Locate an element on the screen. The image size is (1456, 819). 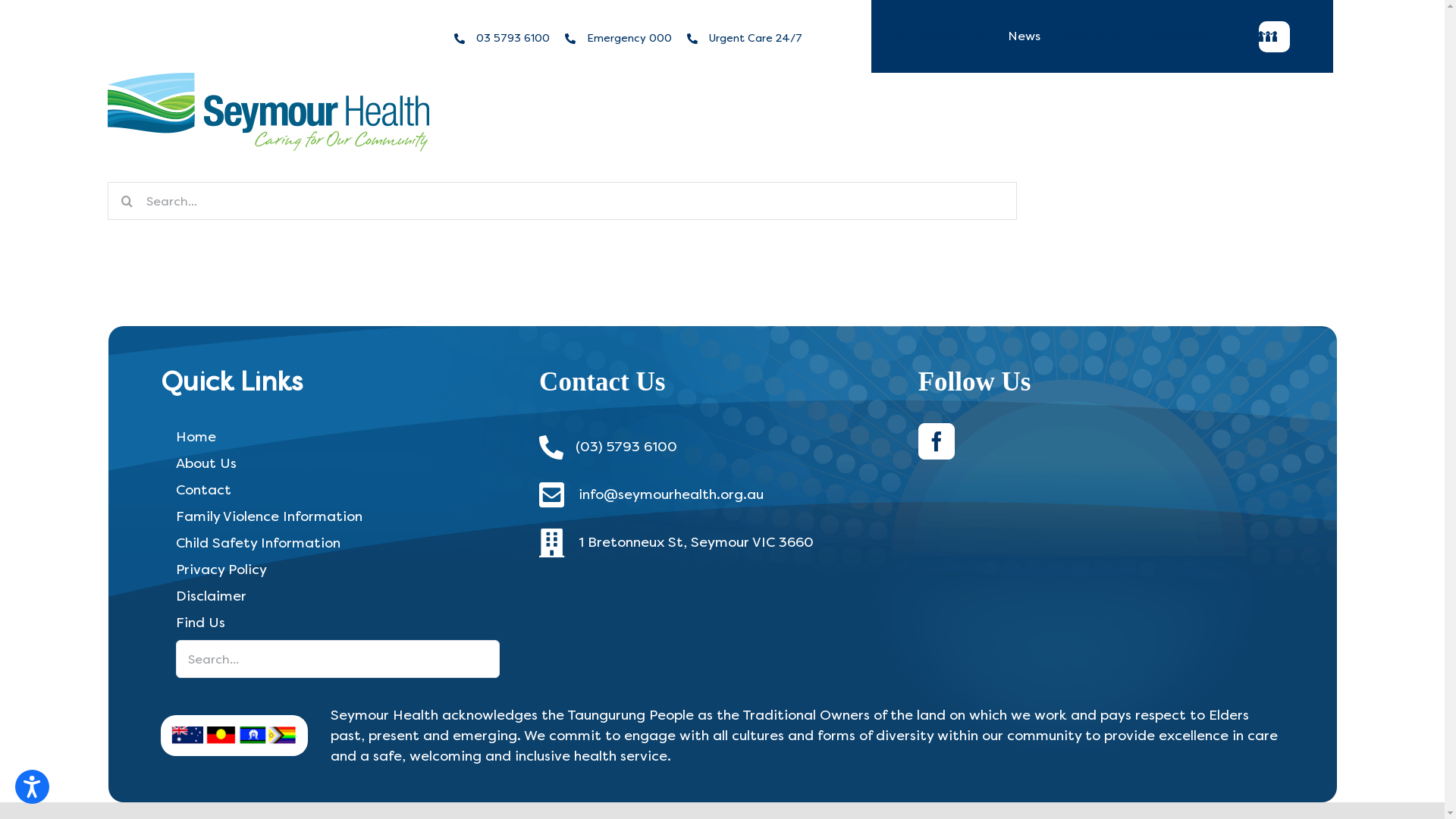
'Find Us' is located at coordinates (160, 623).